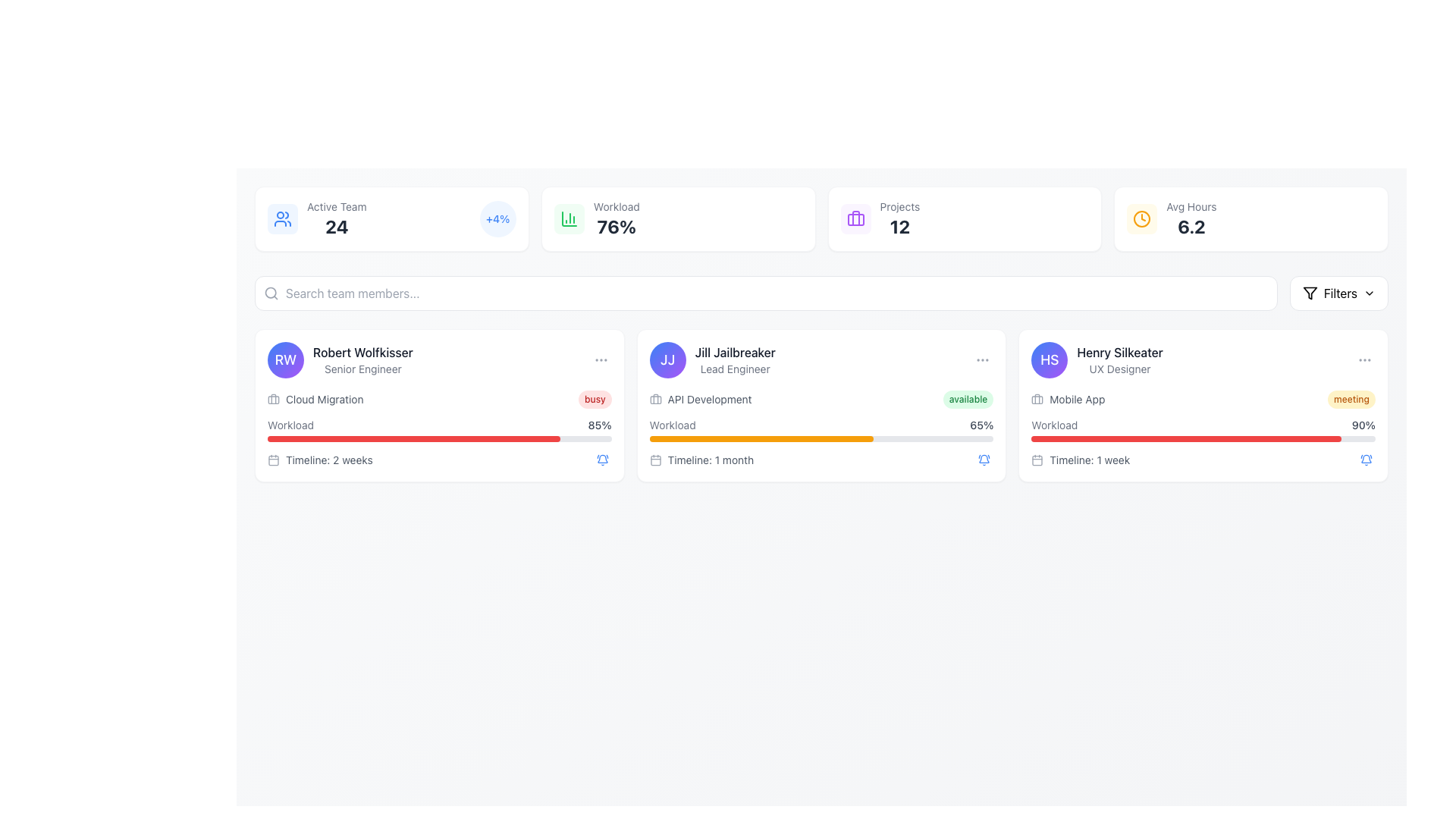 This screenshot has width=1456, height=819. I want to click on the icon depicting two abstract human silhouettes, styled with a blue color, located in the top information cards beside the label 'Active Team' and the numeric display '24', so click(283, 219).